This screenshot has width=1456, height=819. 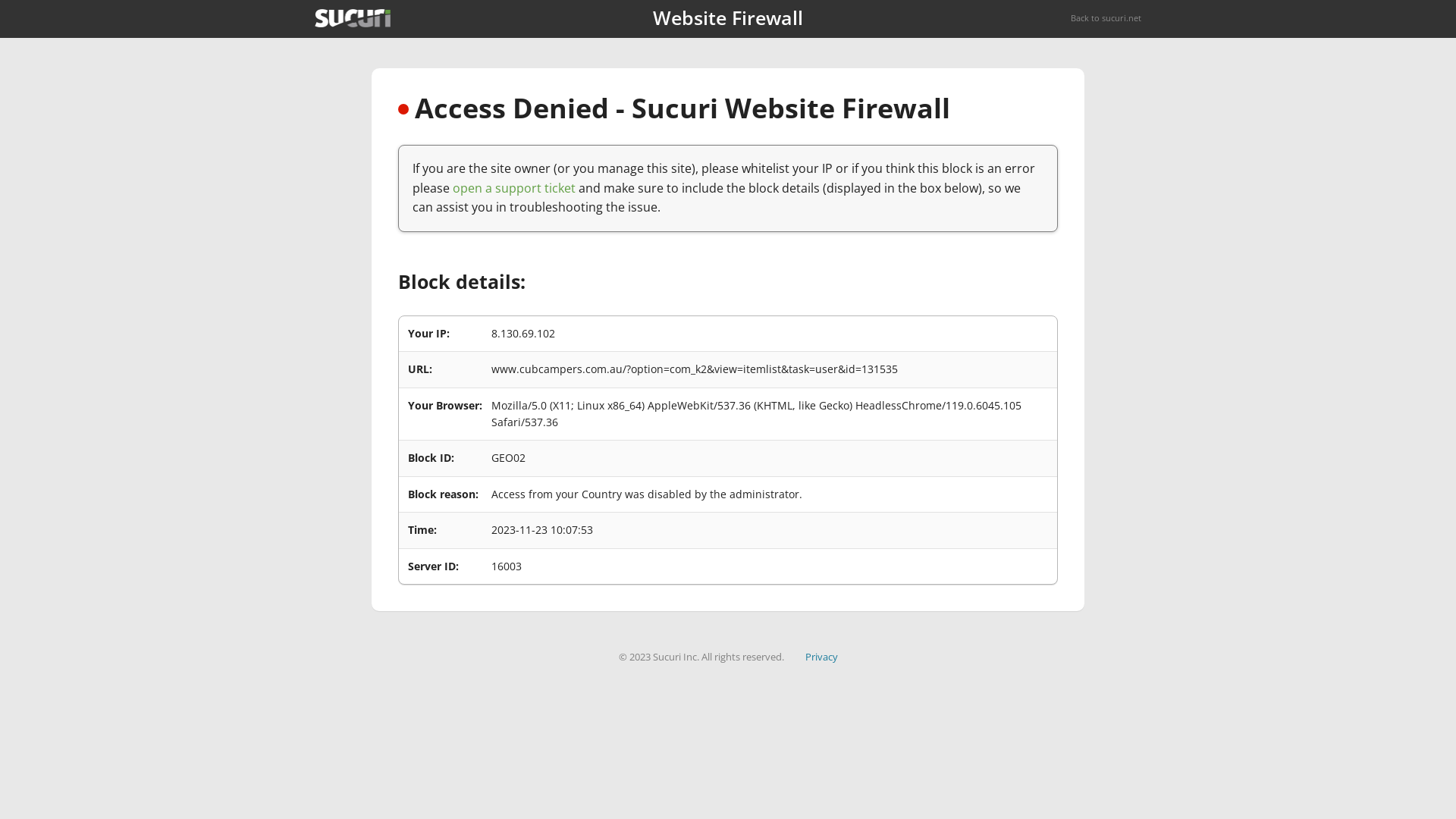 I want to click on 'open a support ticket', so click(x=513, y=187).